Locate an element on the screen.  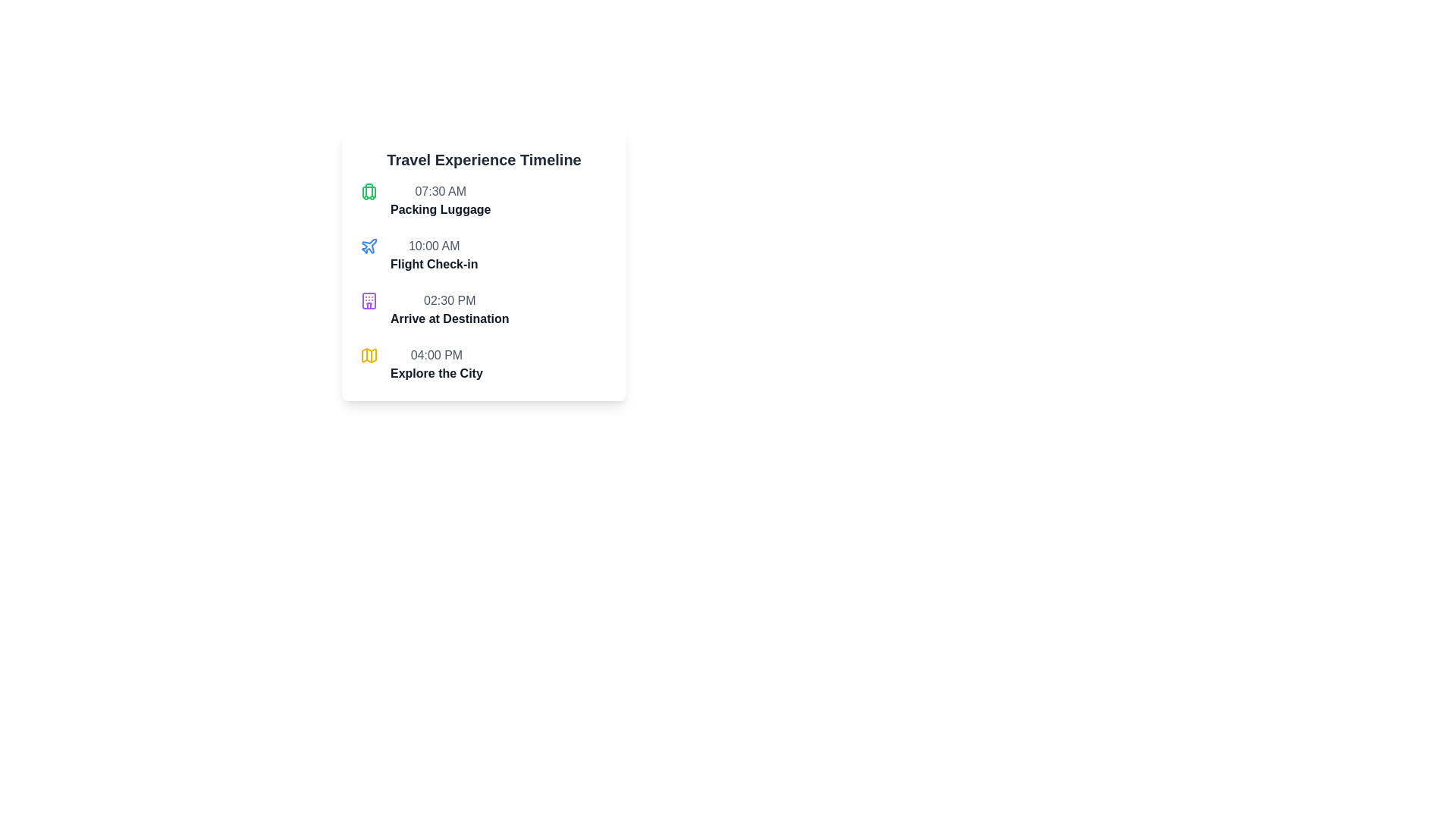
the third item in the vertically stacked list that provides a timestamp and description for a scheduled event is located at coordinates (483, 309).